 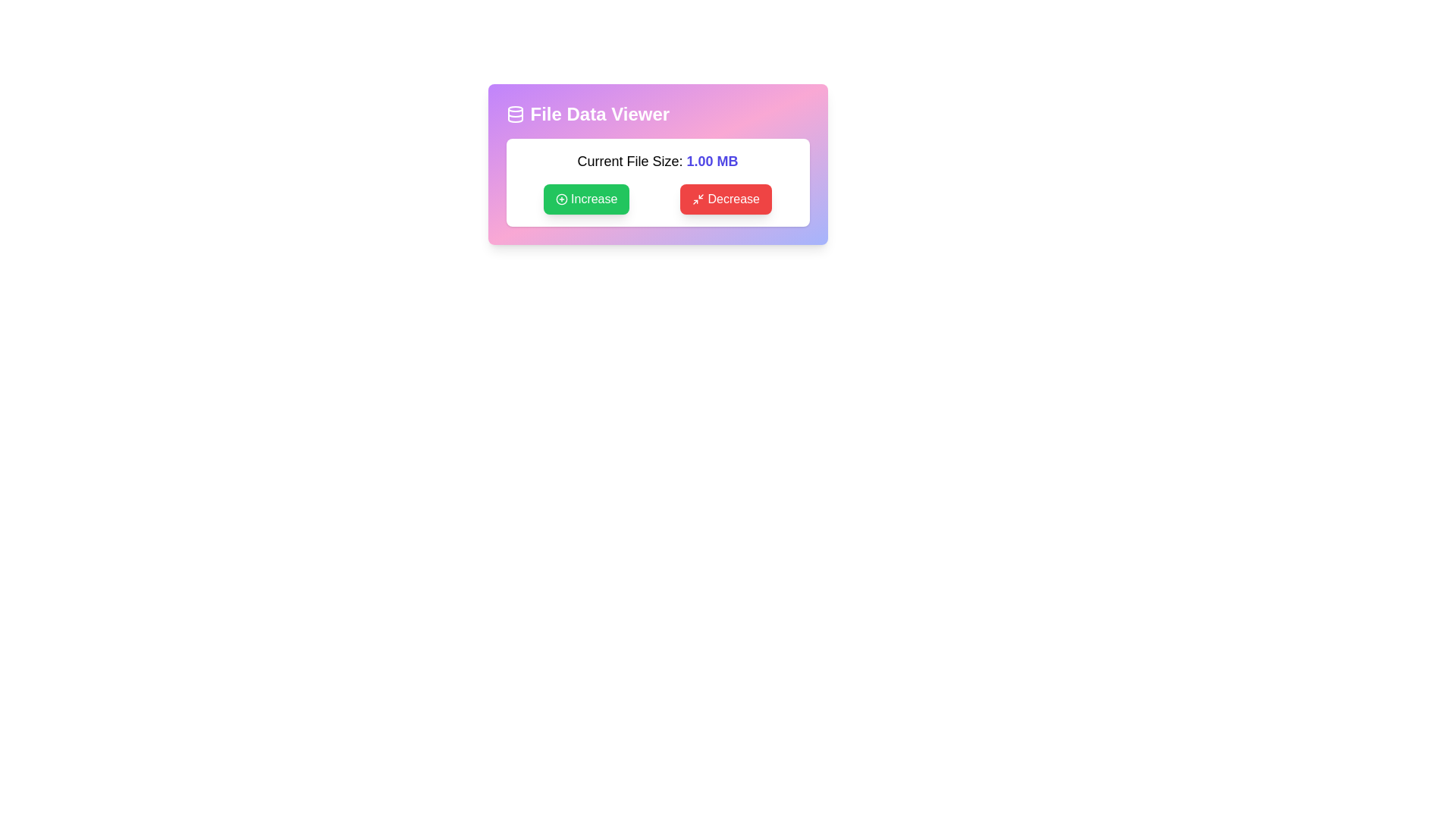 I want to click on the plus symbol enclosed within a green circle that is located inside the 'Increase' button, positioned in the first row of buttons on the left side of the interface, so click(x=561, y=198).